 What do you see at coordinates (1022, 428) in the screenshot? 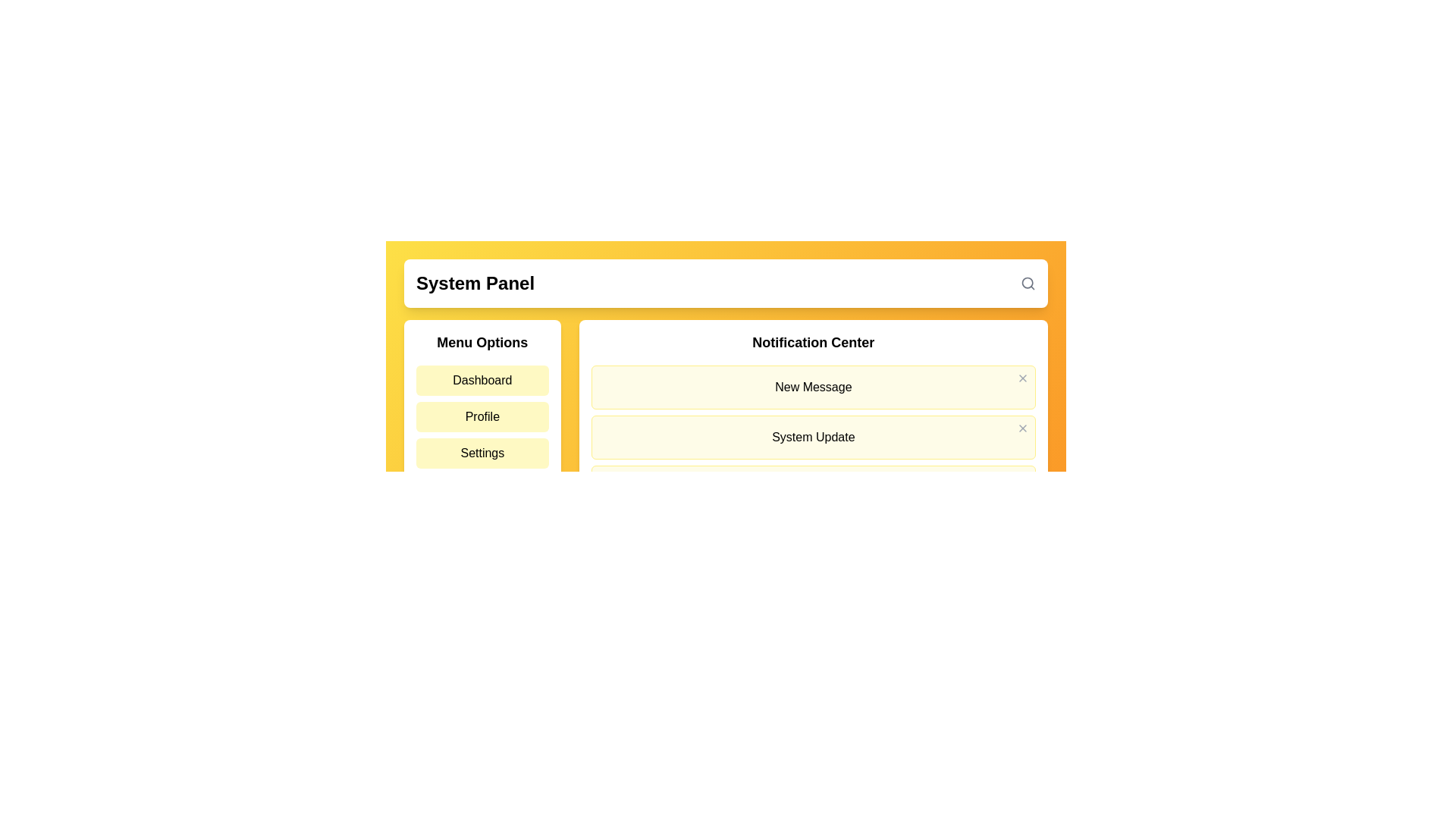
I see `the small 'close' button styled as an 'X' located at the top-right corner of the 'System Update' notification card to change its color` at bounding box center [1022, 428].